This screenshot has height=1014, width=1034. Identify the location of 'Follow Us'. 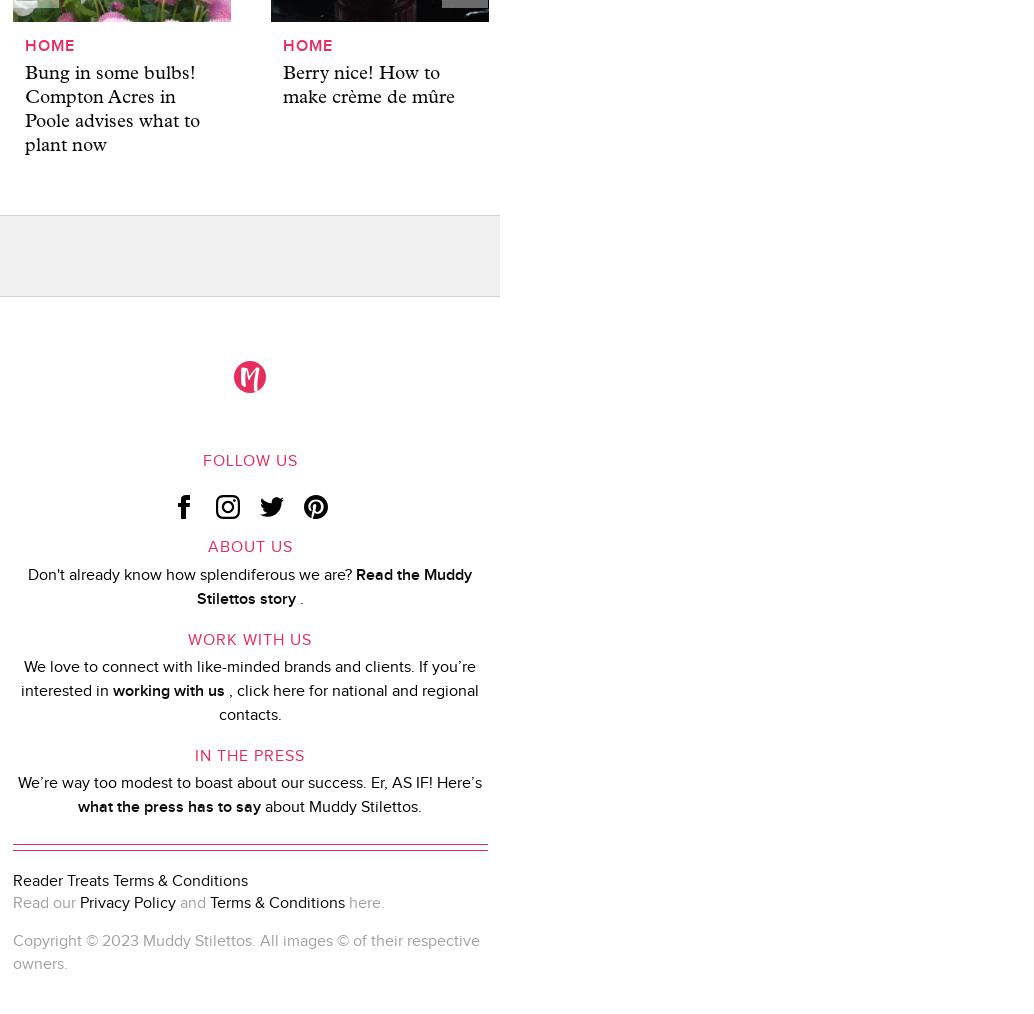
(249, 460).